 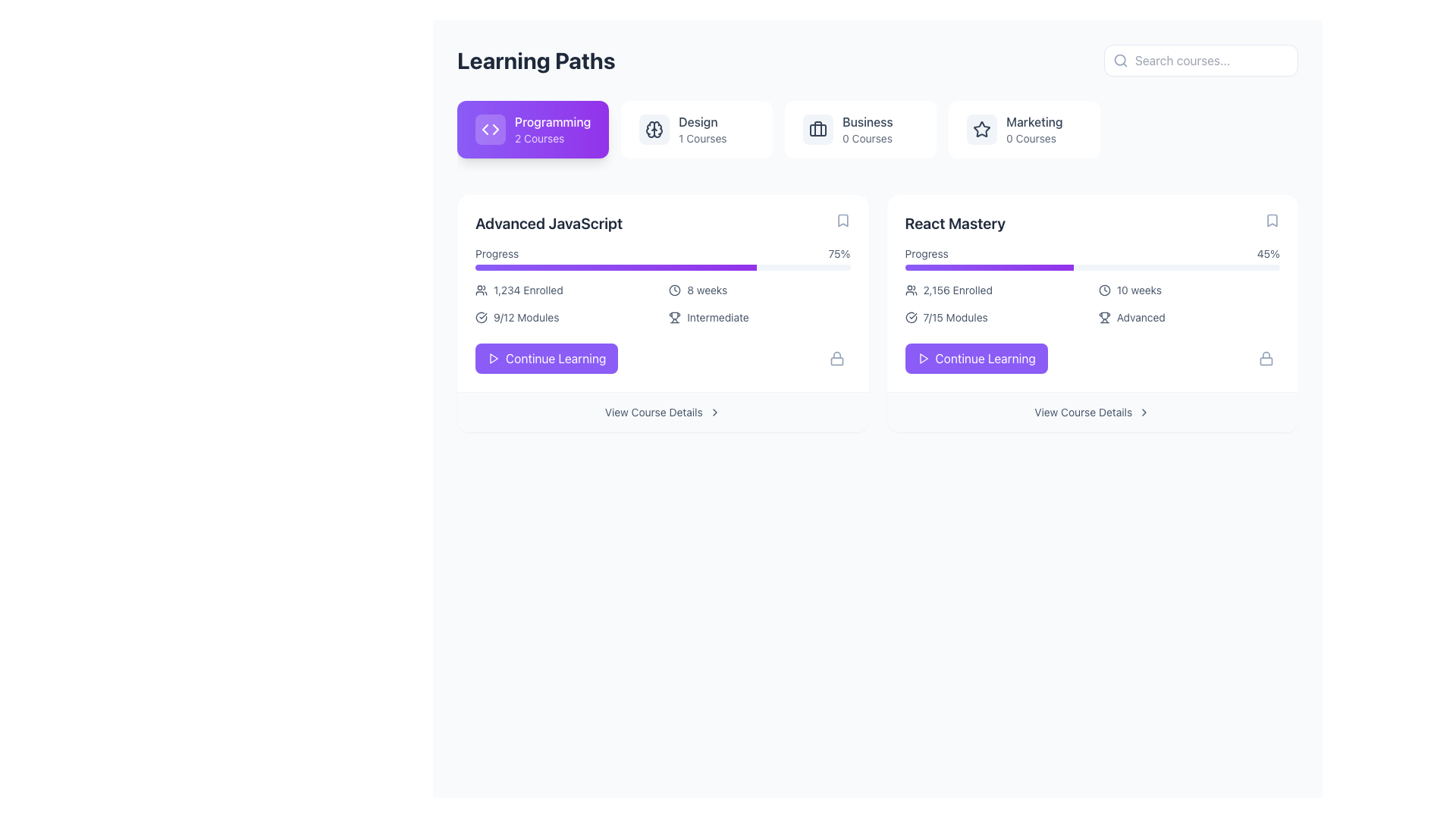 I want to click on text content of the 'React Mastery' label, which is a bold, large-sized text in dark slate color, prominently displayed at the top of the course card, so click(x=954, y=223).